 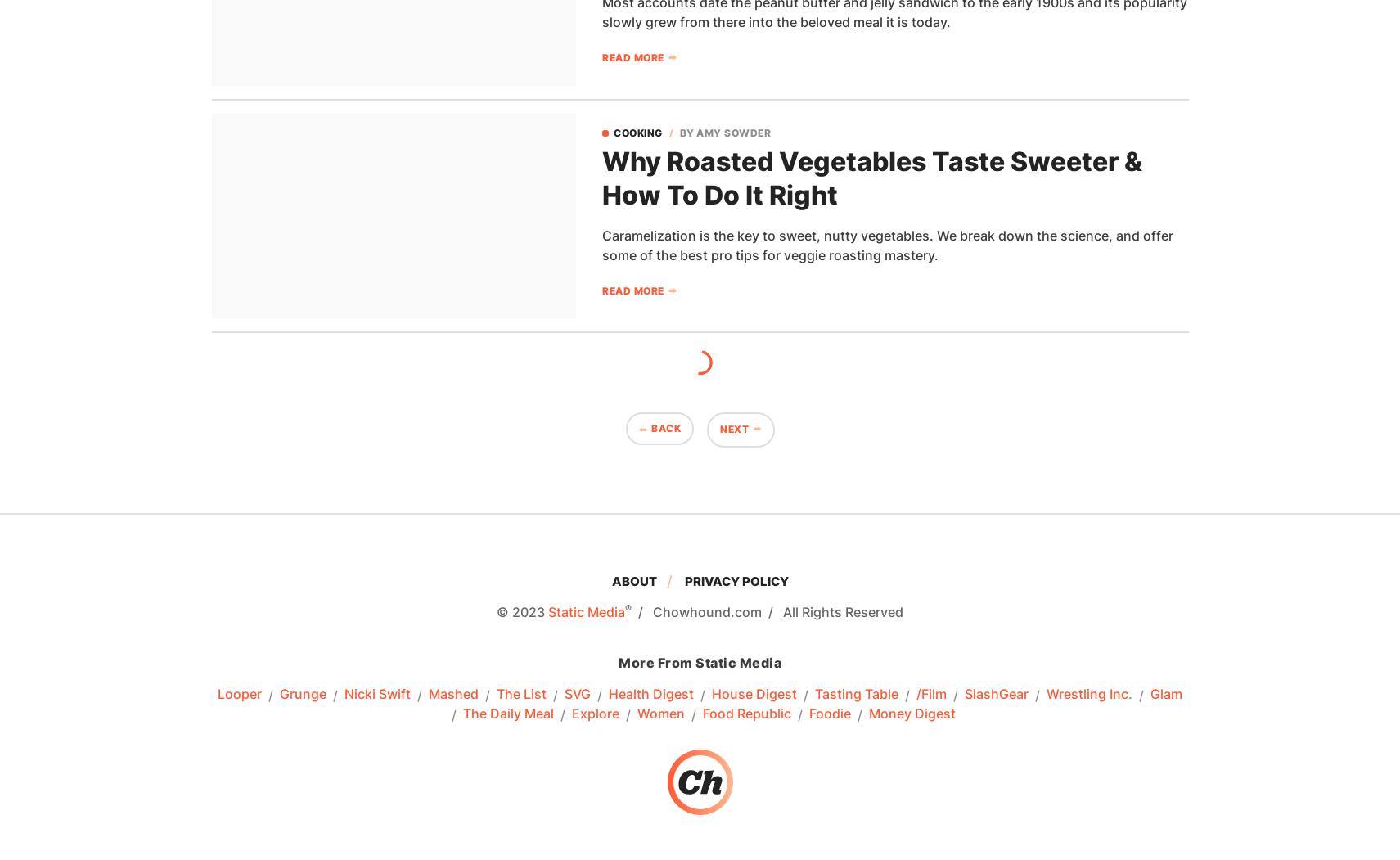 I want to click on '© 2023', so click(x=521, y=611).